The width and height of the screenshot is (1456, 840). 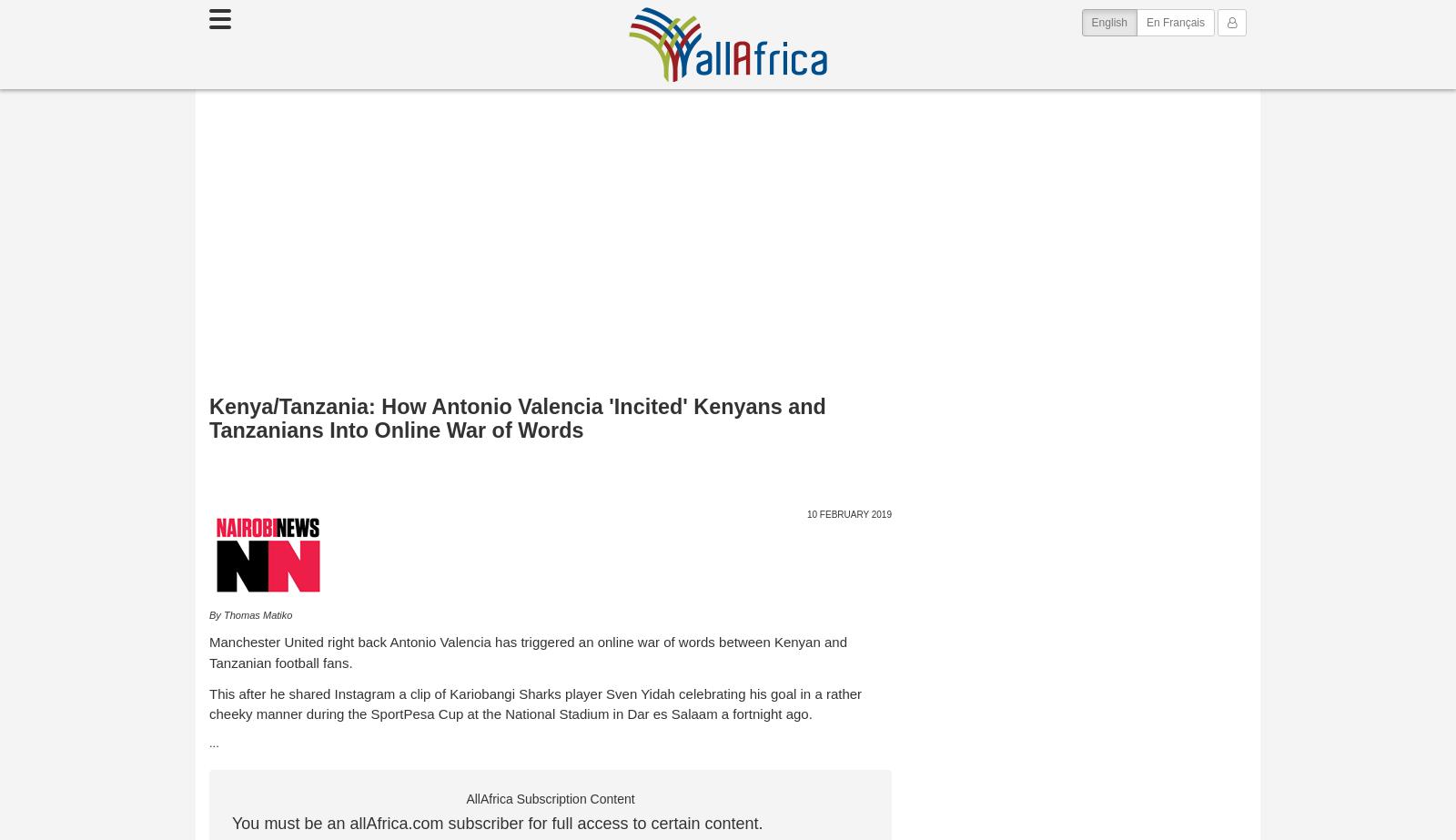 I want to click on 'By Thomas Matiko', so click(x=250, y=614).